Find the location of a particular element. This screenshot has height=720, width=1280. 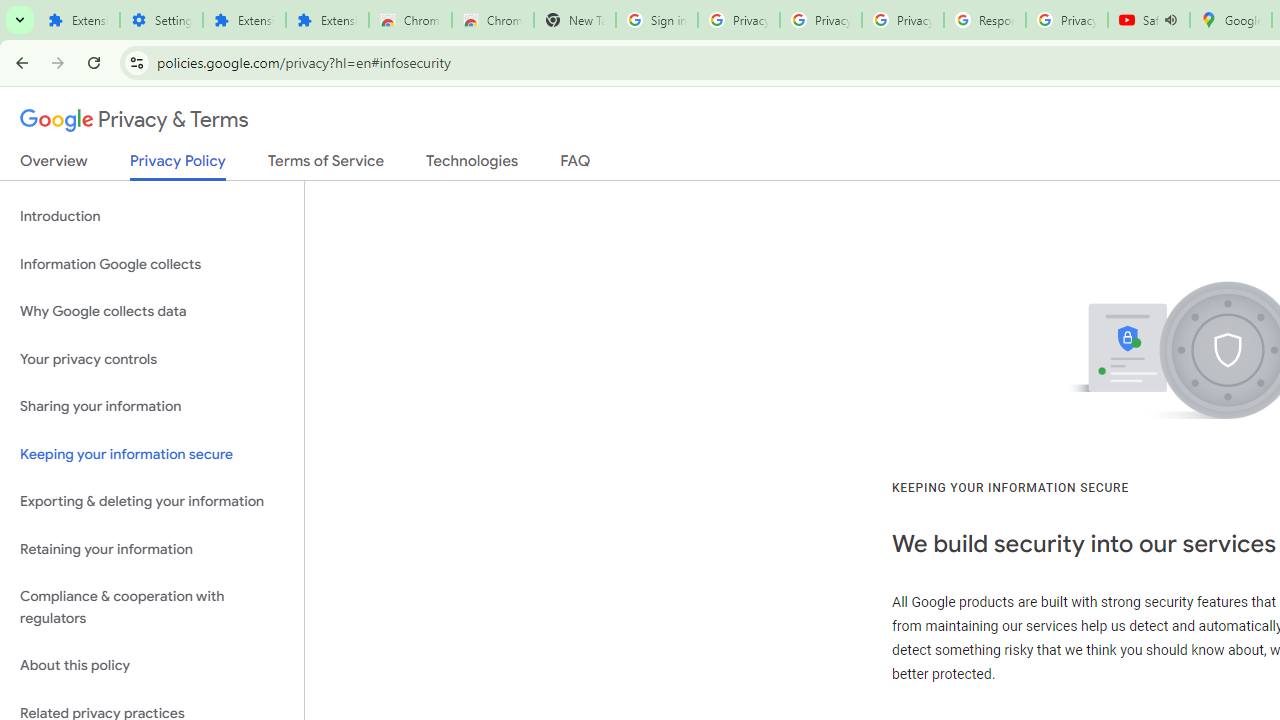

'Chrome Web Store' is located at coordinates (409, 20).